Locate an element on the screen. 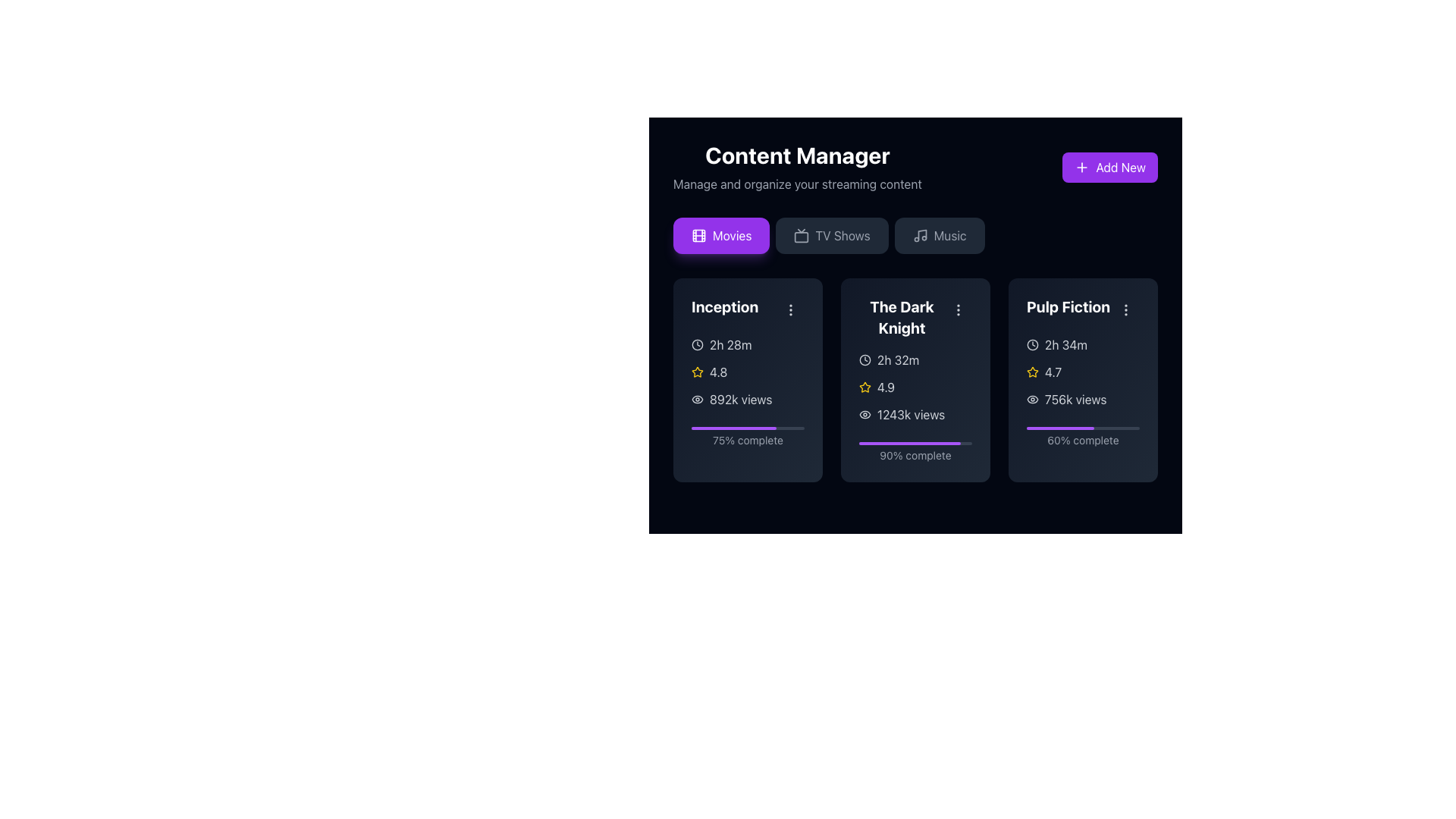 The width and height of the screenshot is (1456, 819). Label with icon that shows the total number of views for the 'Pulp Fiction' entry, located at the bottom of the section above the progress bar, for web development purposes is located at coordinates (1082, 399).